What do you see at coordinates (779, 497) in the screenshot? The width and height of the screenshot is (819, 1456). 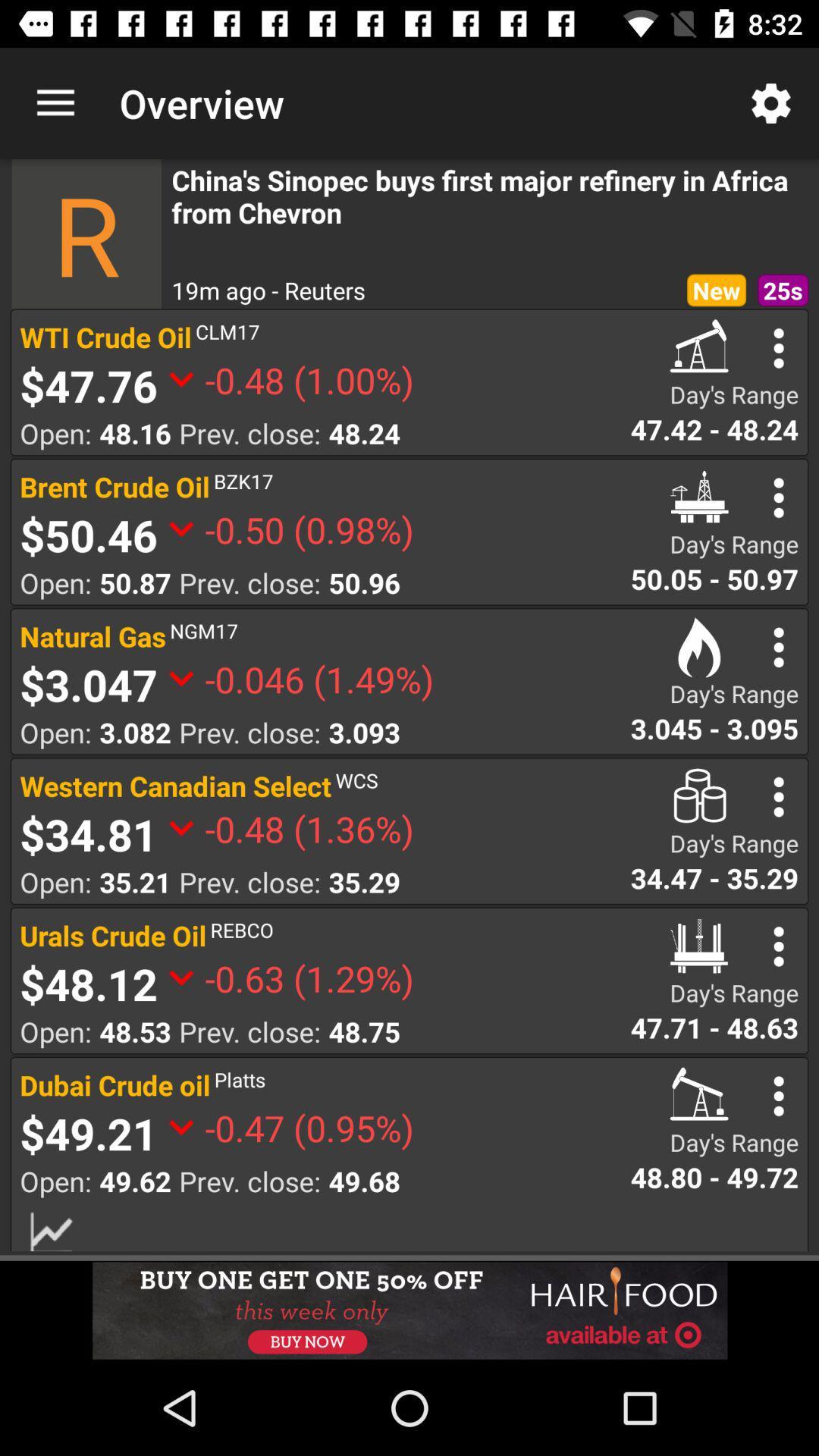 I see `options` at bounding box center [779, 497].